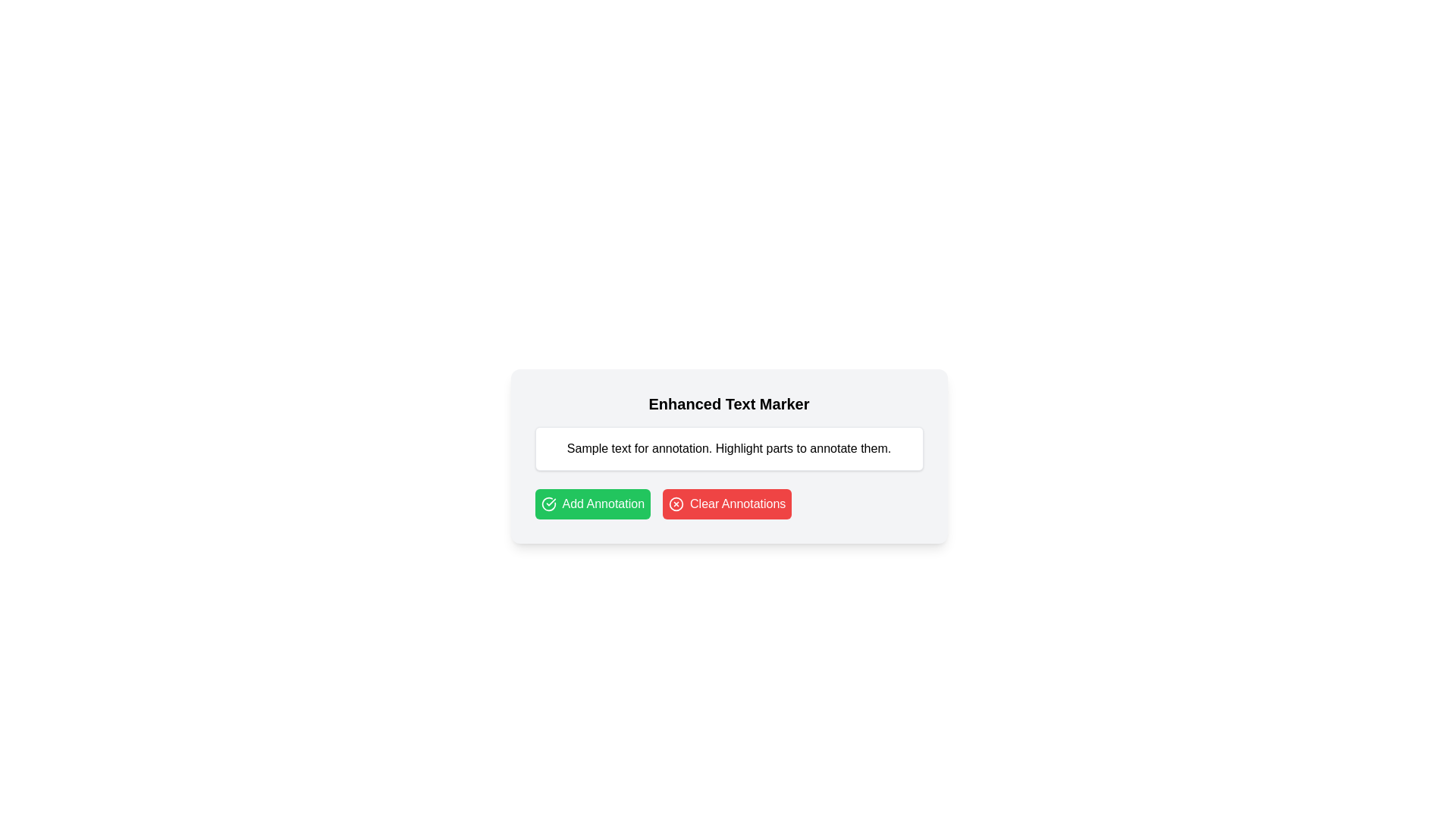  I want to click on the character 'a' in the word 'parts', which is displayed in a white box beneath the heading 'Enhanced Text Marker', so click(776, 447).